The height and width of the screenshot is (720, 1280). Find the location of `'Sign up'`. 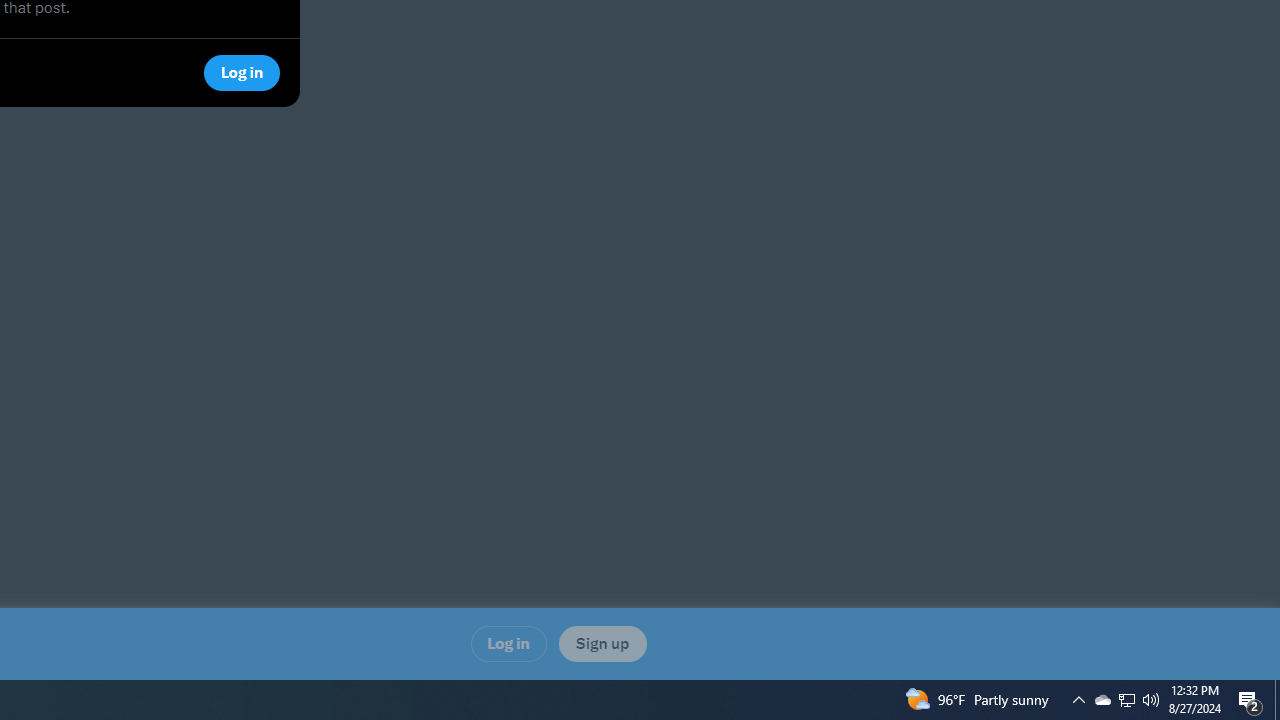

'Sign up' is located at coordinates (601, 643).